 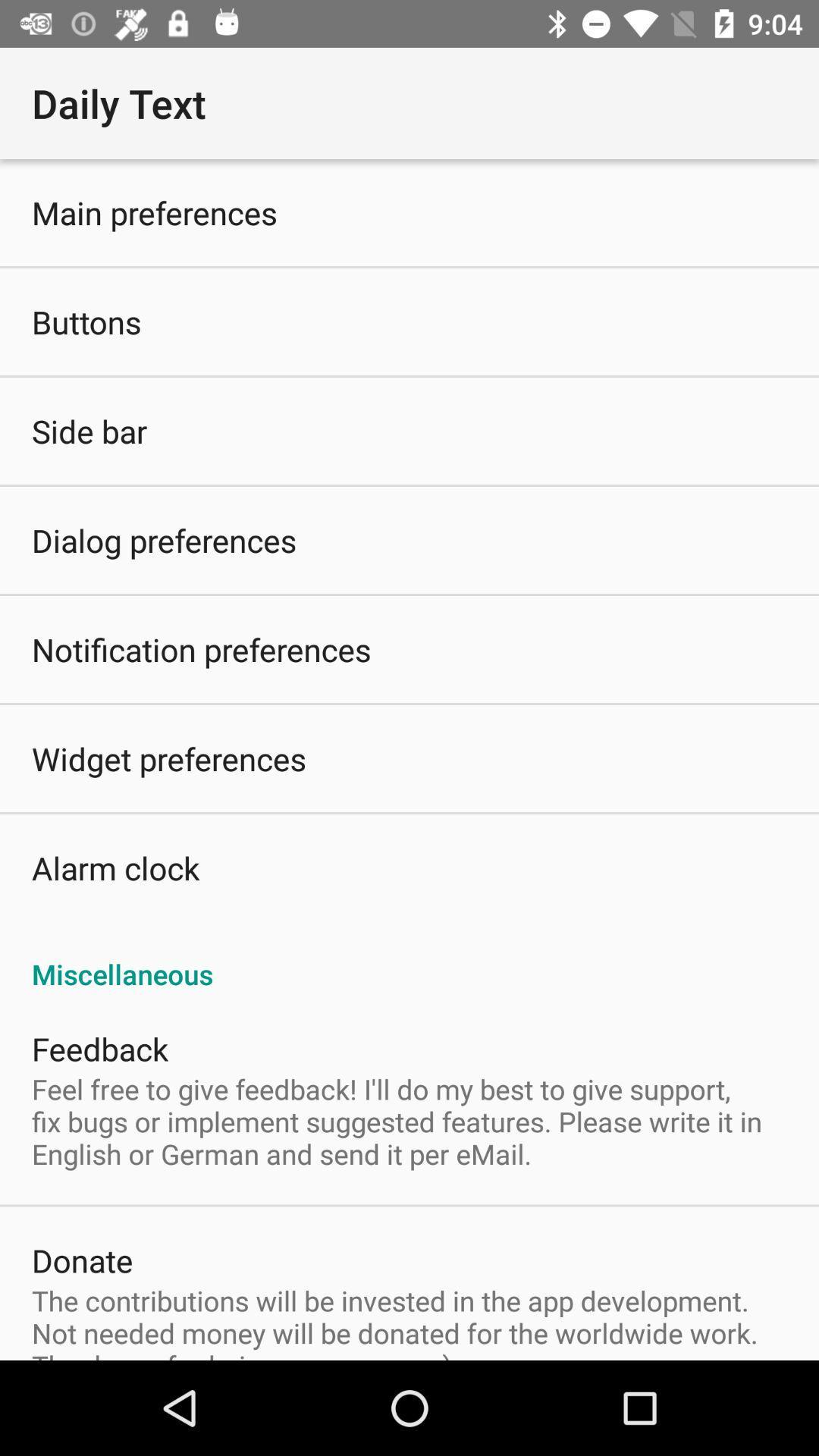 What do you see at coordinates (409, 1121) in the screenshot?
I see `the icon above the donate icon` at bounding box center [409, 1121].